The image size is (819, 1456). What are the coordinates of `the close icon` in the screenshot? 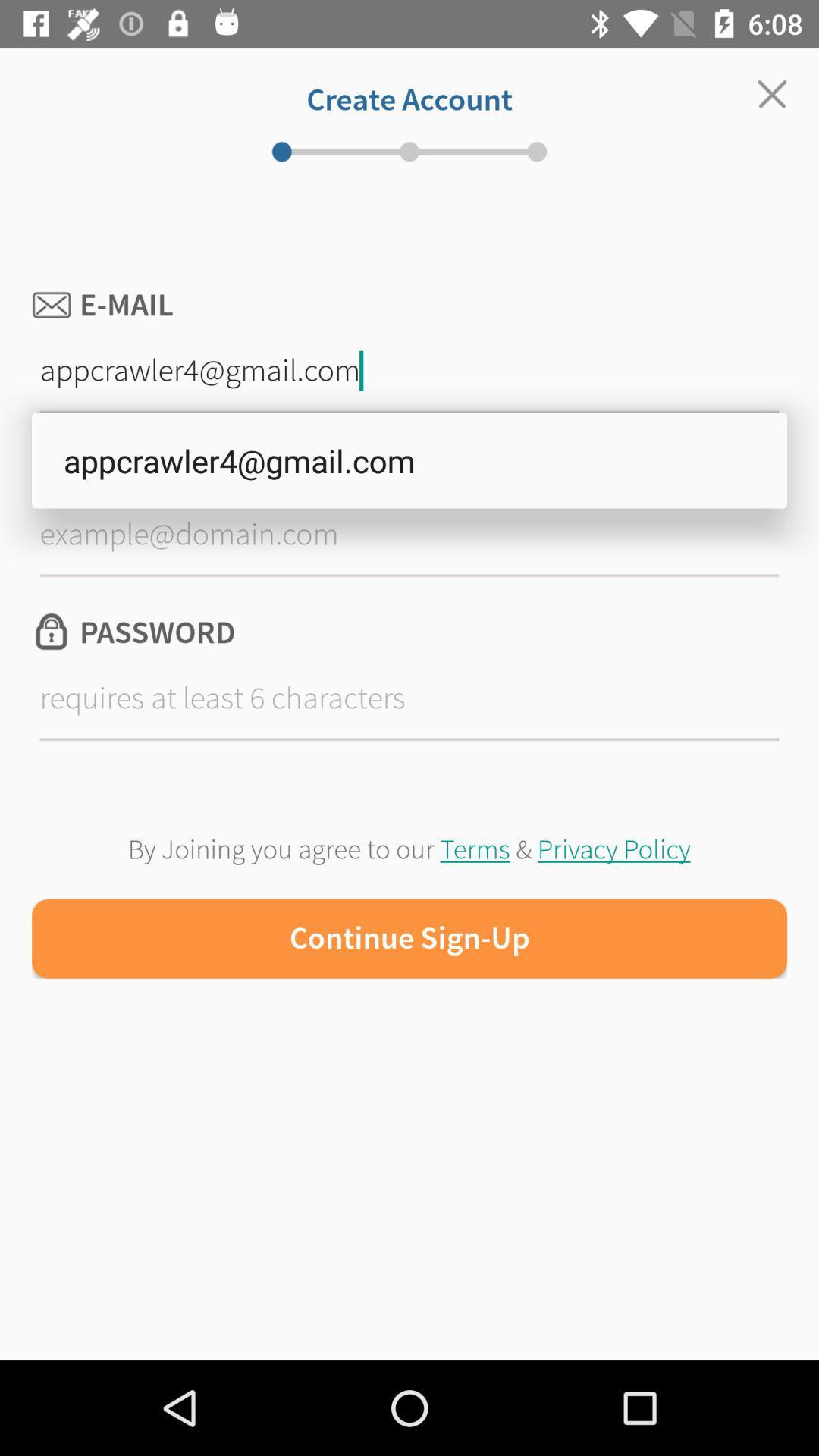 It's located at (772, 93).